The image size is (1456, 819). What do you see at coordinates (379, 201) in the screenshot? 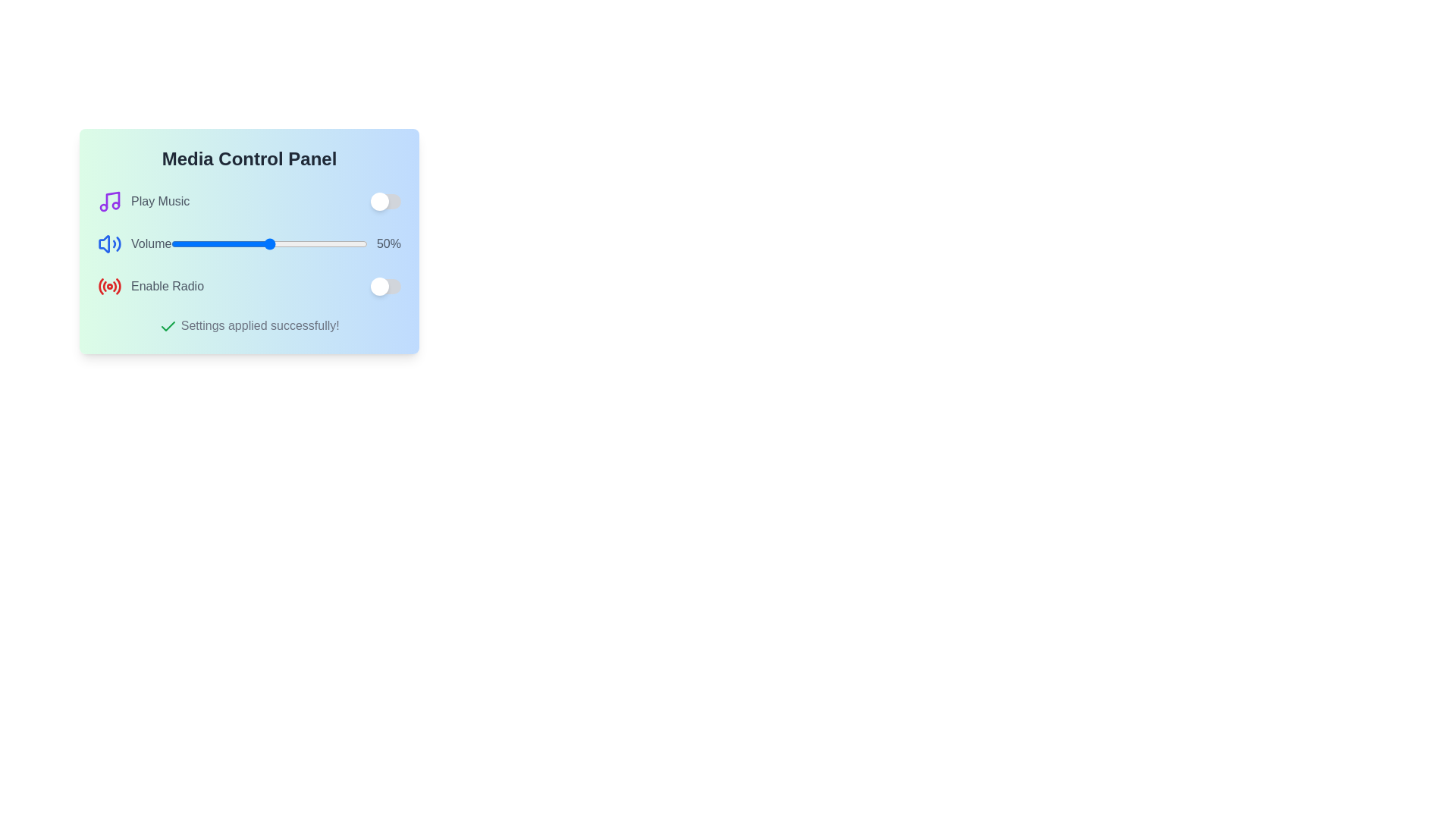
I see `the white circular toggle handle, which is part of a toggle switch component next to the 'Enable Radio' label` at bounding box center [379, 201].